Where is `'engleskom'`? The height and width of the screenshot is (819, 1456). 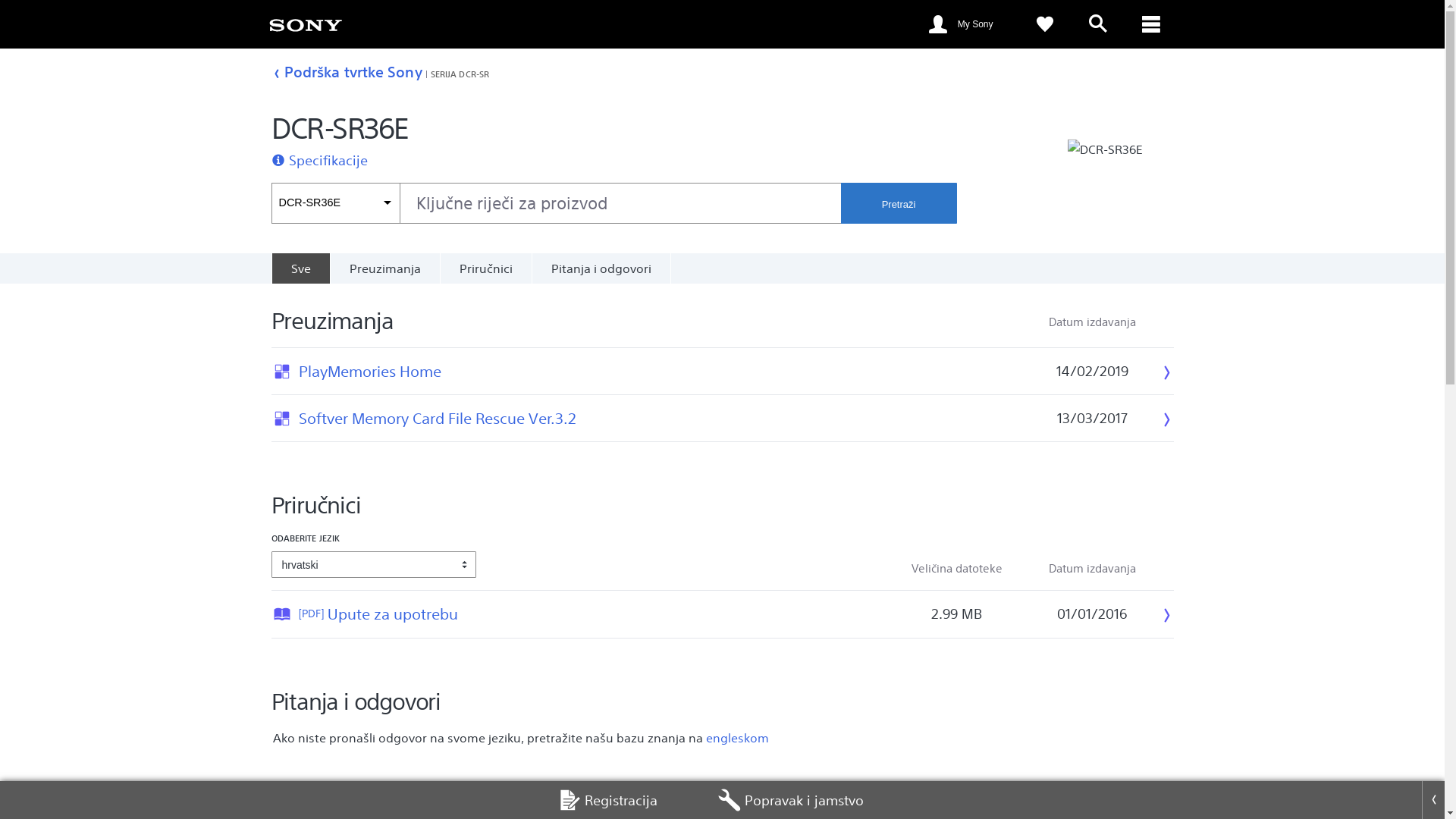
'engleskom' is located at coordinates (704, 736).